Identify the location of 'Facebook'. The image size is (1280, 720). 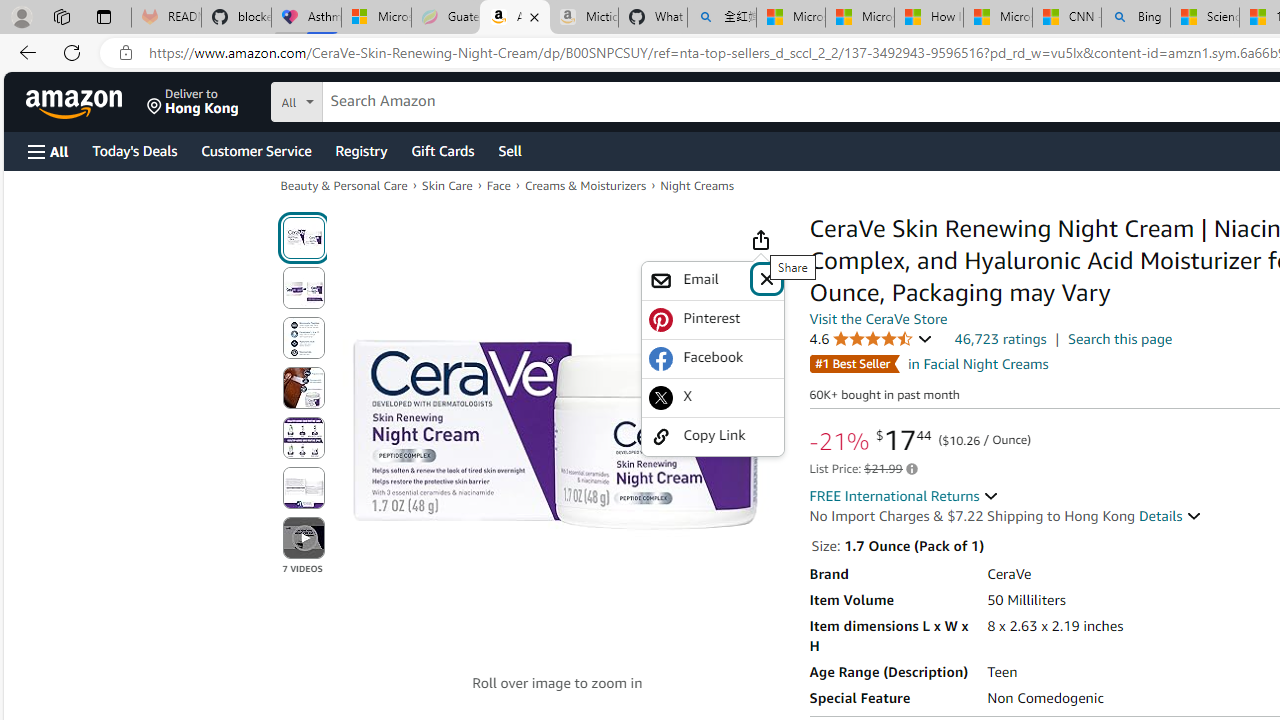
(712, 357).